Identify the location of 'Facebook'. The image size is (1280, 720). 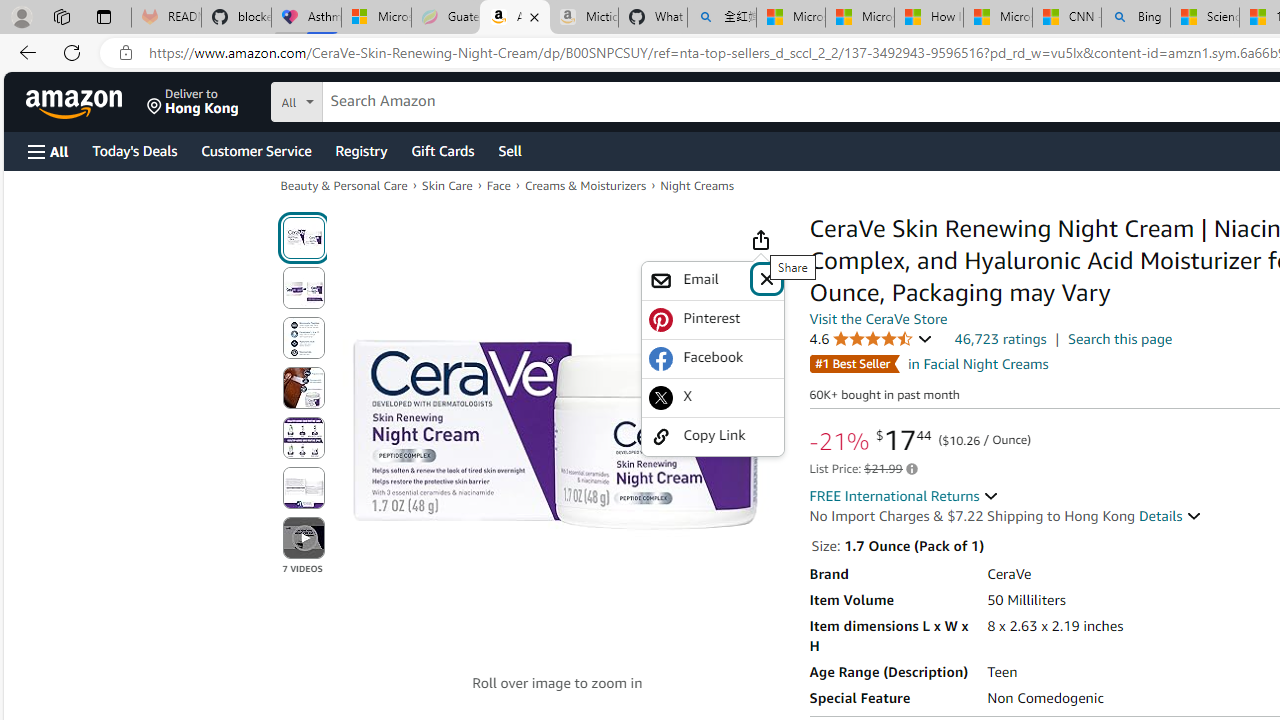
(712, 357).